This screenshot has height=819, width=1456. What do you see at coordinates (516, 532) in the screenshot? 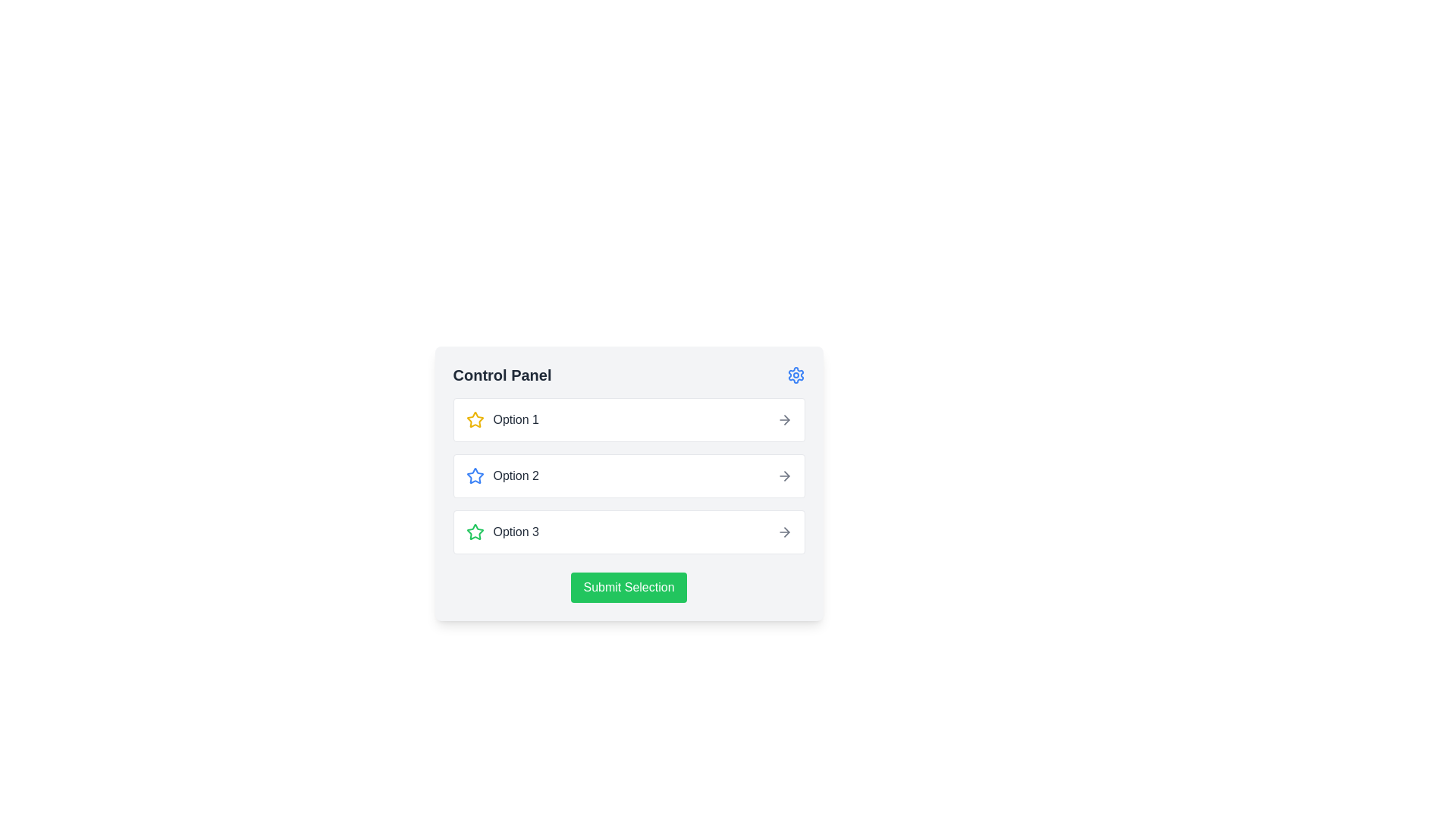
I see `the text component displaying 'Option 3', which is styled with a gray font color and aligned with a green star icon on the left` at bounding box center [516, 532].